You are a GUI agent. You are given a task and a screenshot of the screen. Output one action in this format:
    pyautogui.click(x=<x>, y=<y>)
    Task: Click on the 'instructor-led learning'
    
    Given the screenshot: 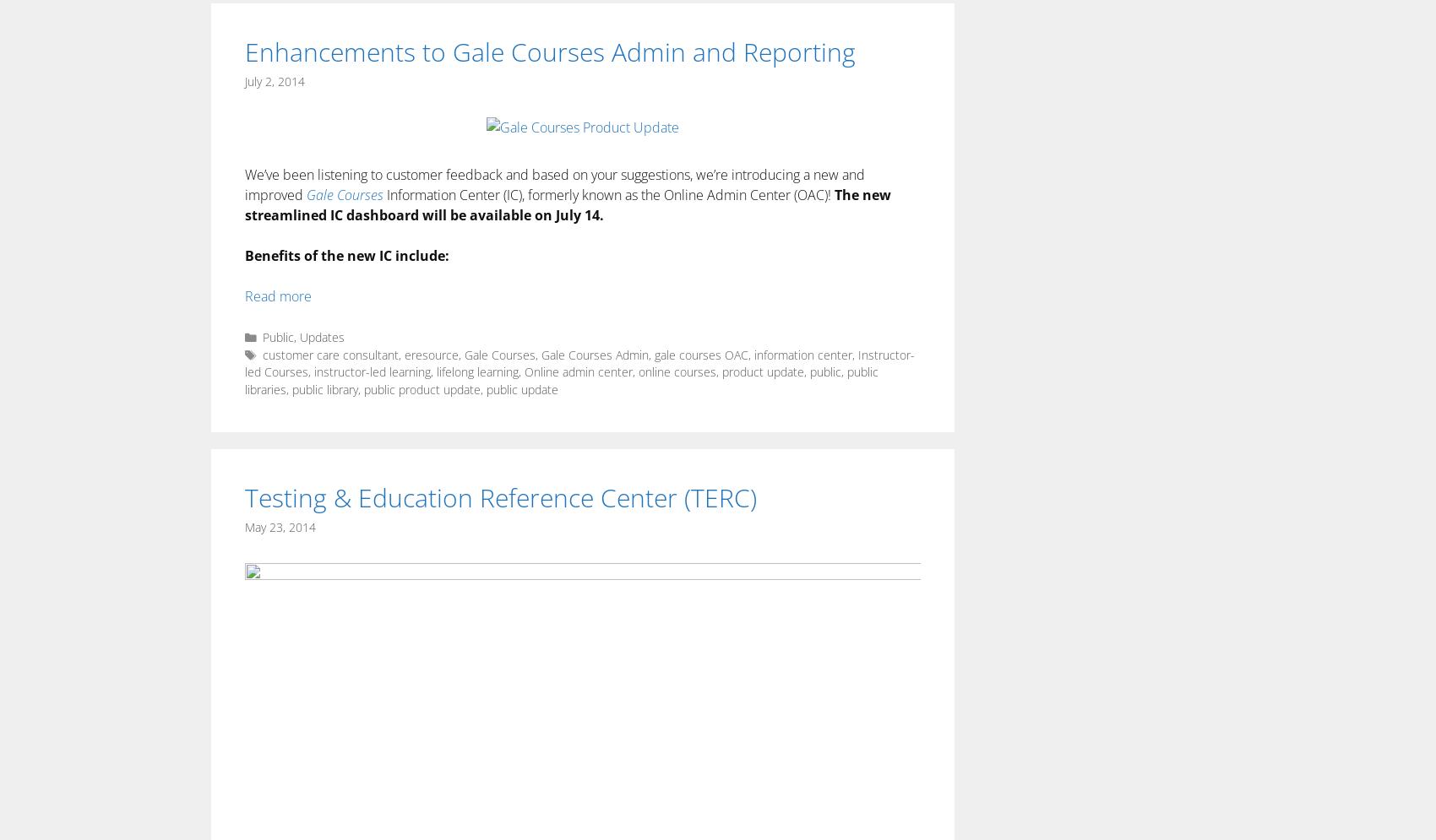 What is the action you would take?
    pyautogui.click(x=372, y=371)
    